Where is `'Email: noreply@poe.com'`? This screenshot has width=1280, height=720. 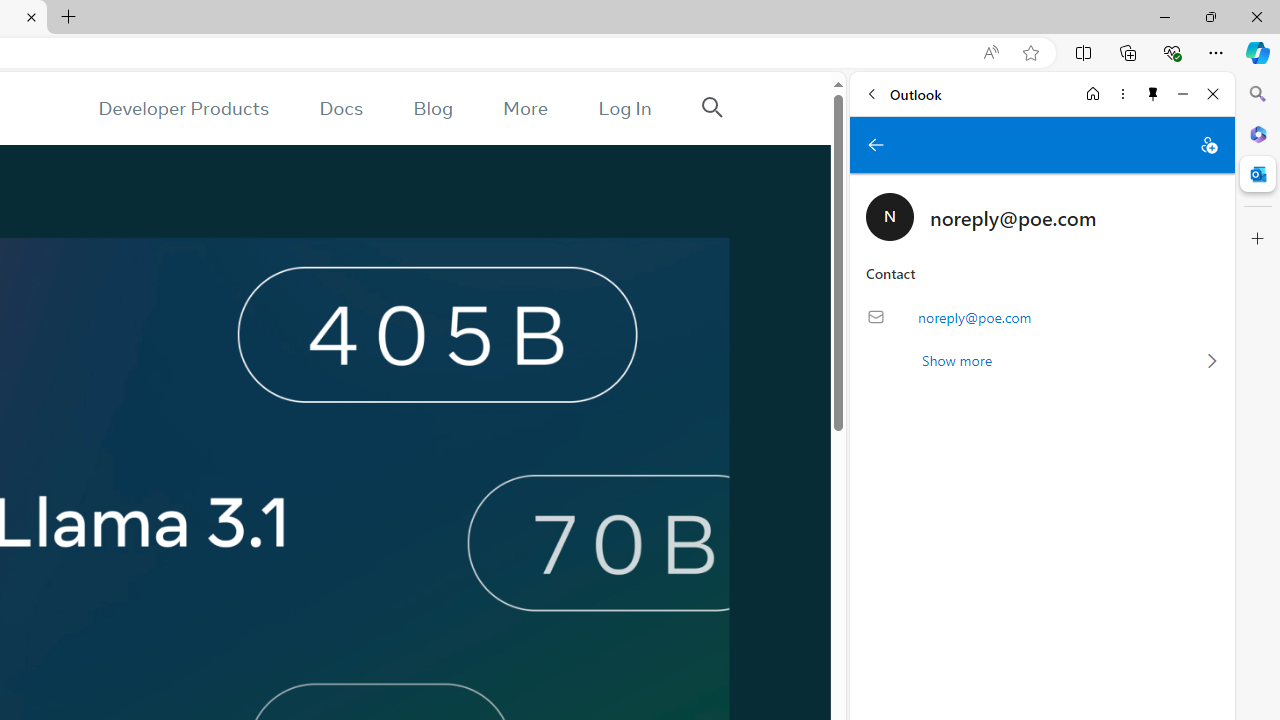 'Email: noreply@poe.com' is located at coordinates (1041, 316).